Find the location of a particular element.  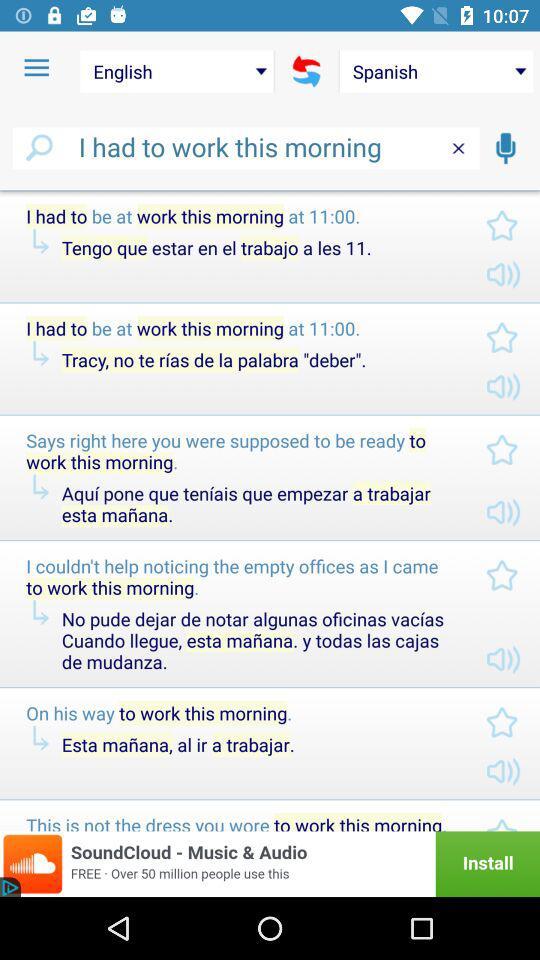

interchange original and translated language is located at coordinates (306, 71).